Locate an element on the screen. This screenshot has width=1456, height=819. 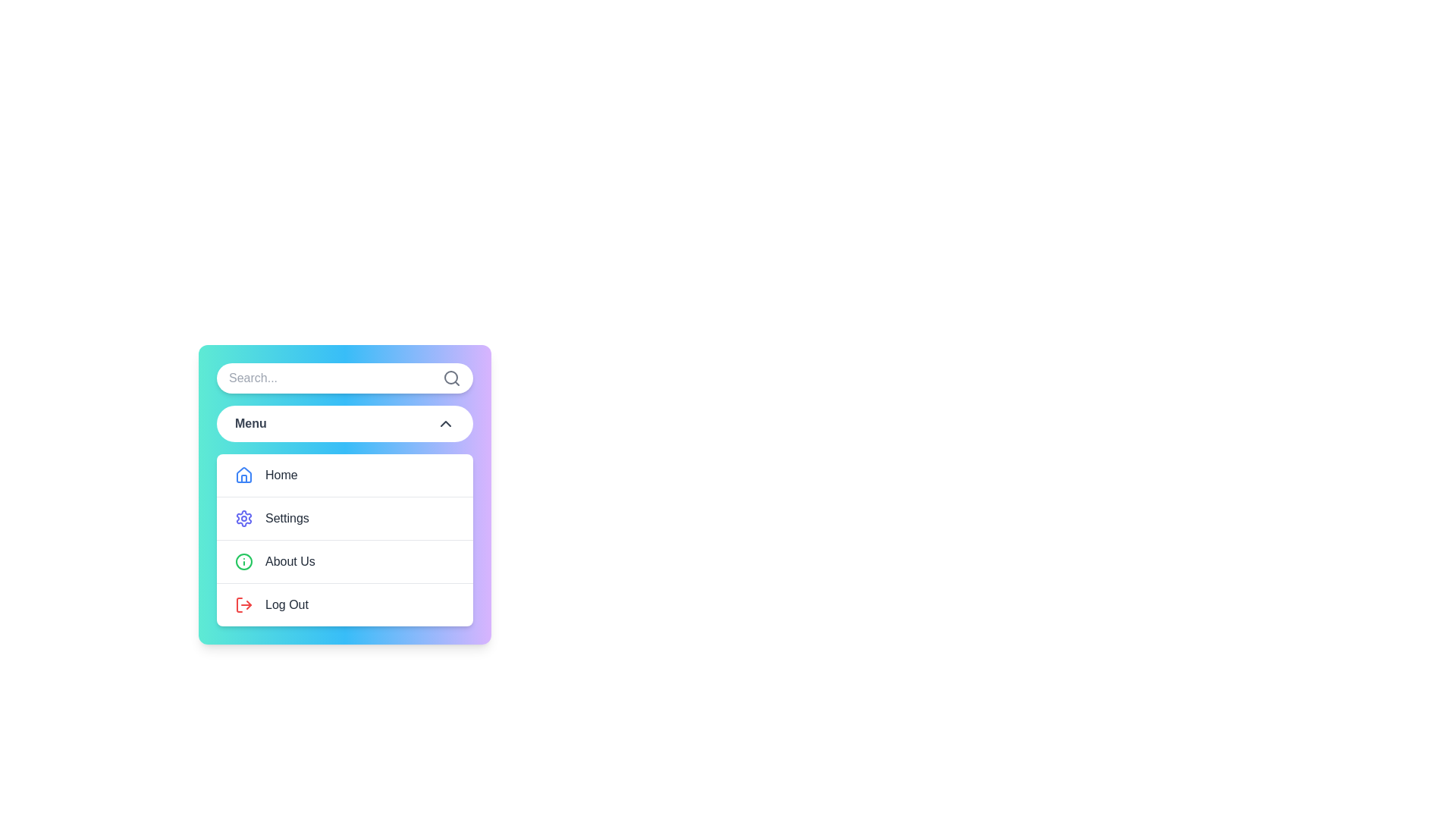
the 'Logout' menu option, which is the last item in the vertical list of menu options, to log out of the application is located at coordinates (344, 604).